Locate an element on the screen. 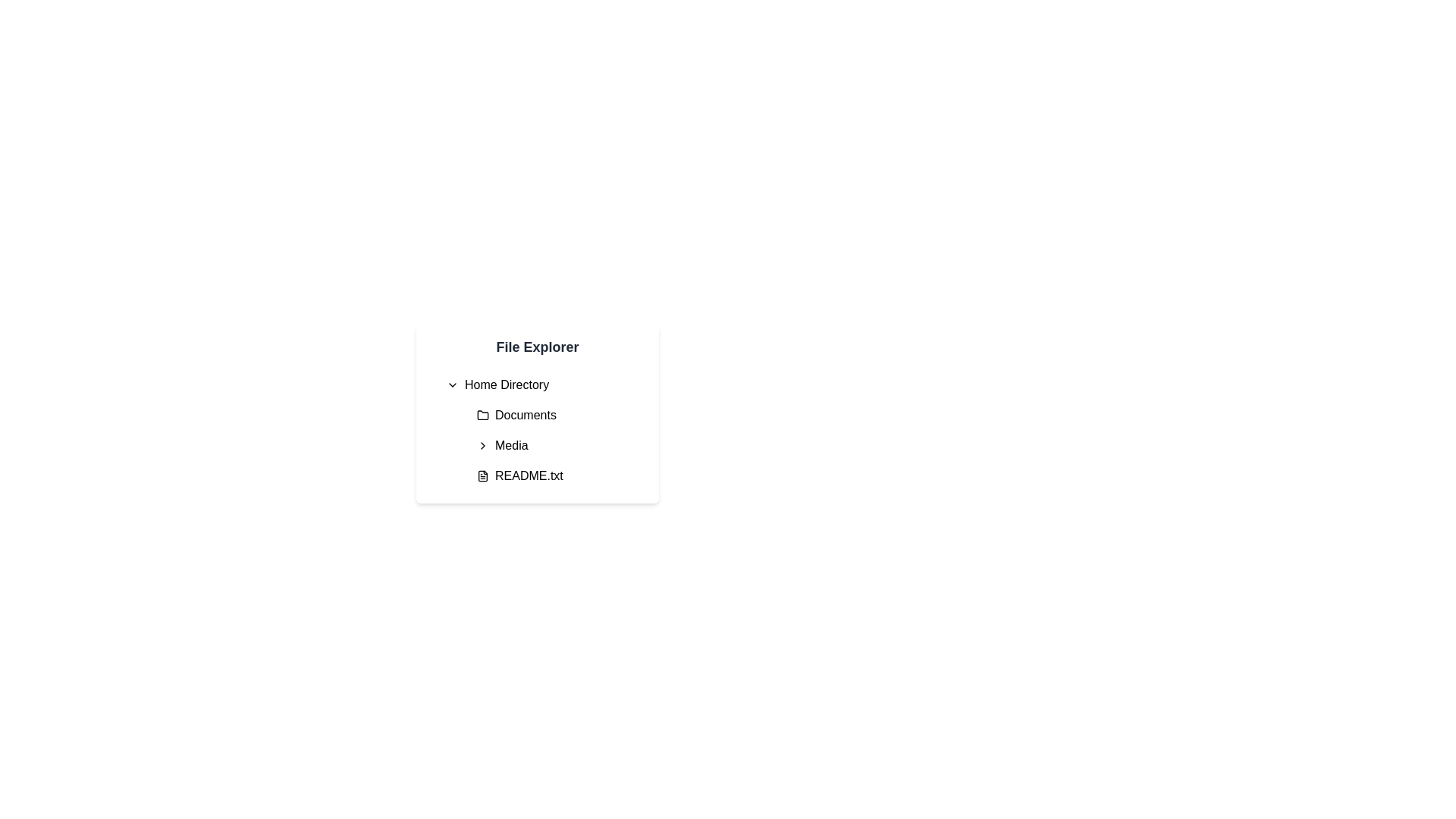  the 'Home Directory' label in the file explorer is located at coordinates (507, 384).